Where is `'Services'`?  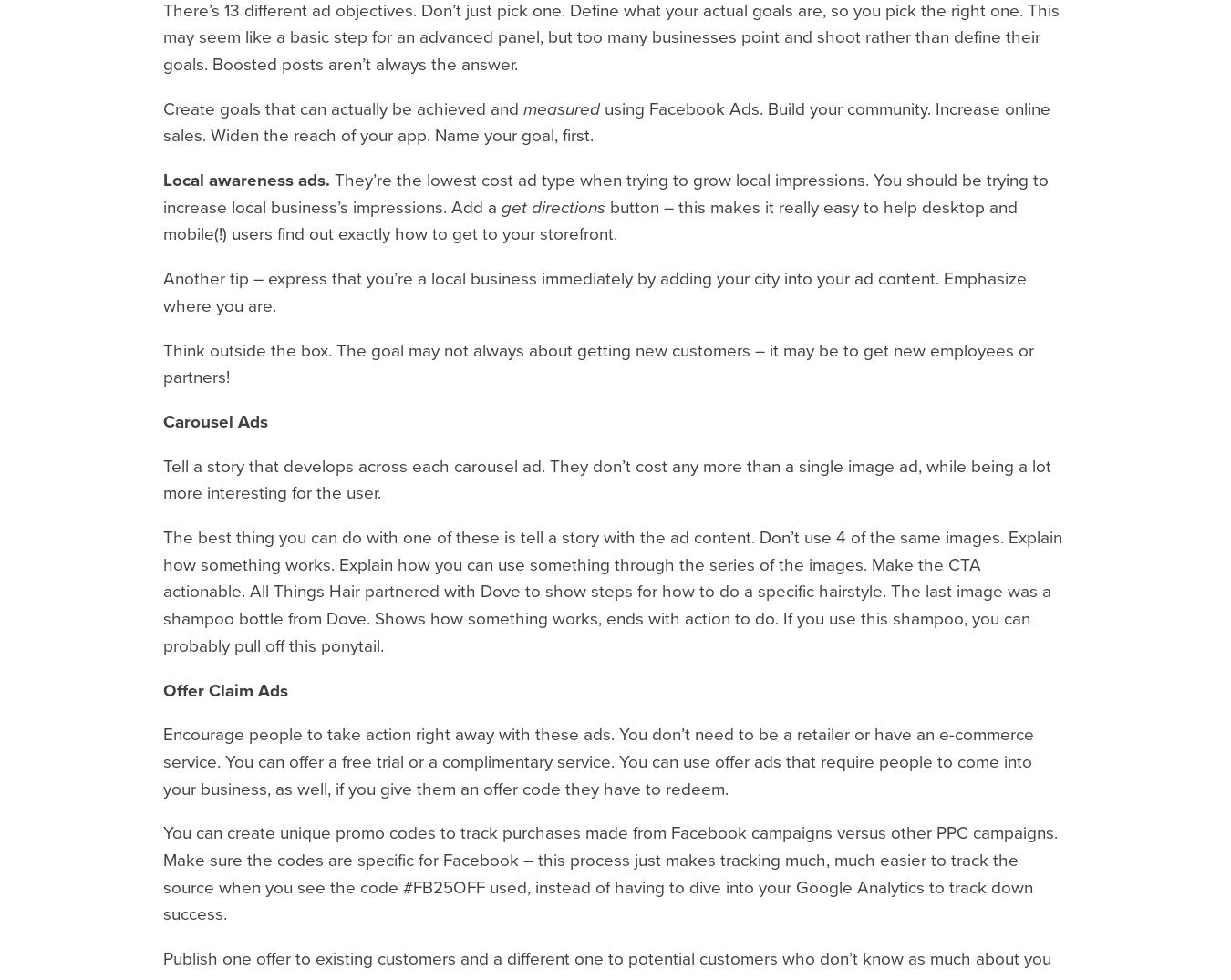 'Services' is located at coordinates (823, 817).